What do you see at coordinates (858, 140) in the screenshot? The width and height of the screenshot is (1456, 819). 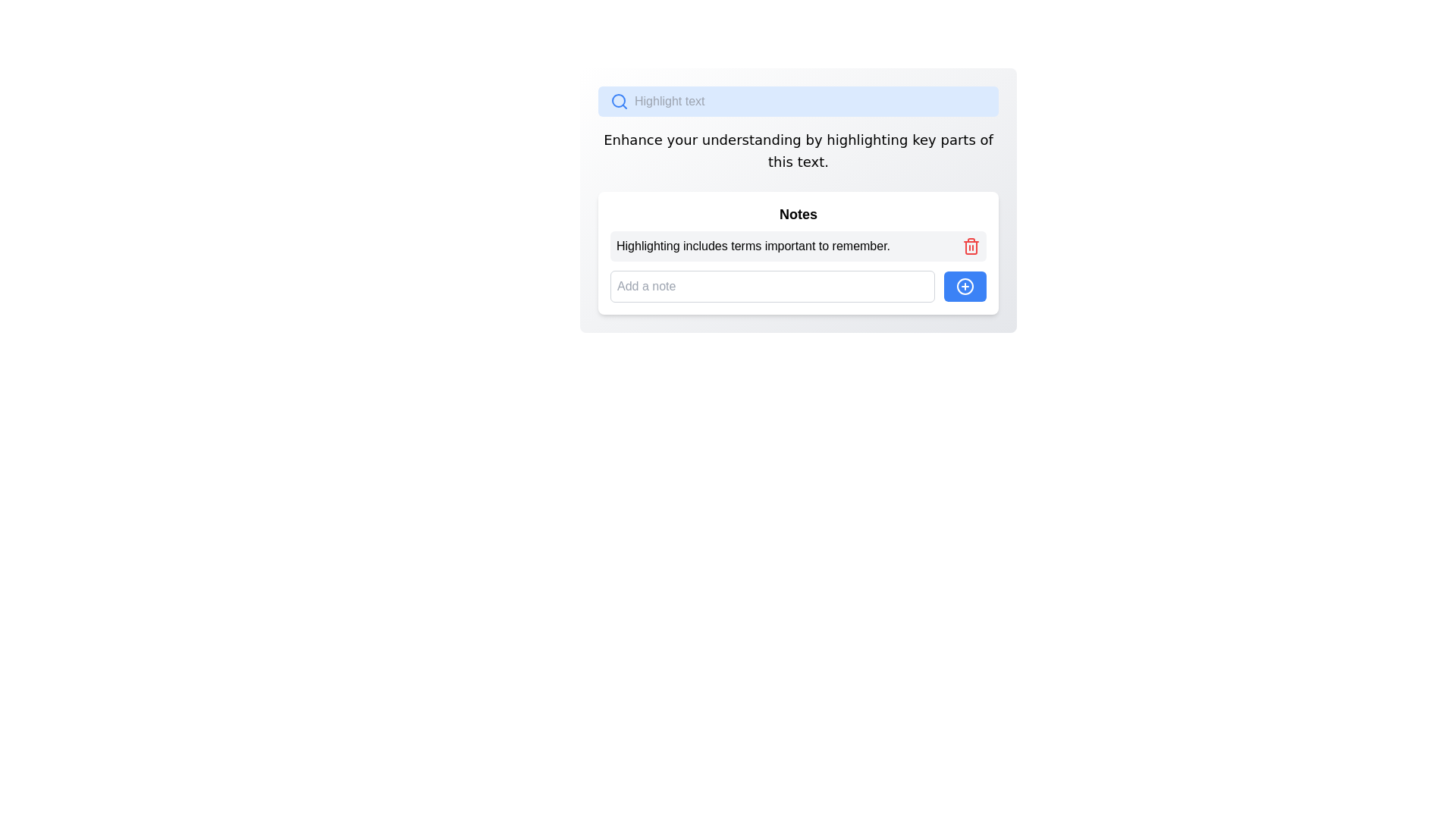 I see `the 'l' character in the word 'highlighting' within the instructional text located at the top of the interface, directly above the notes section` at bounding box center [858, 140].